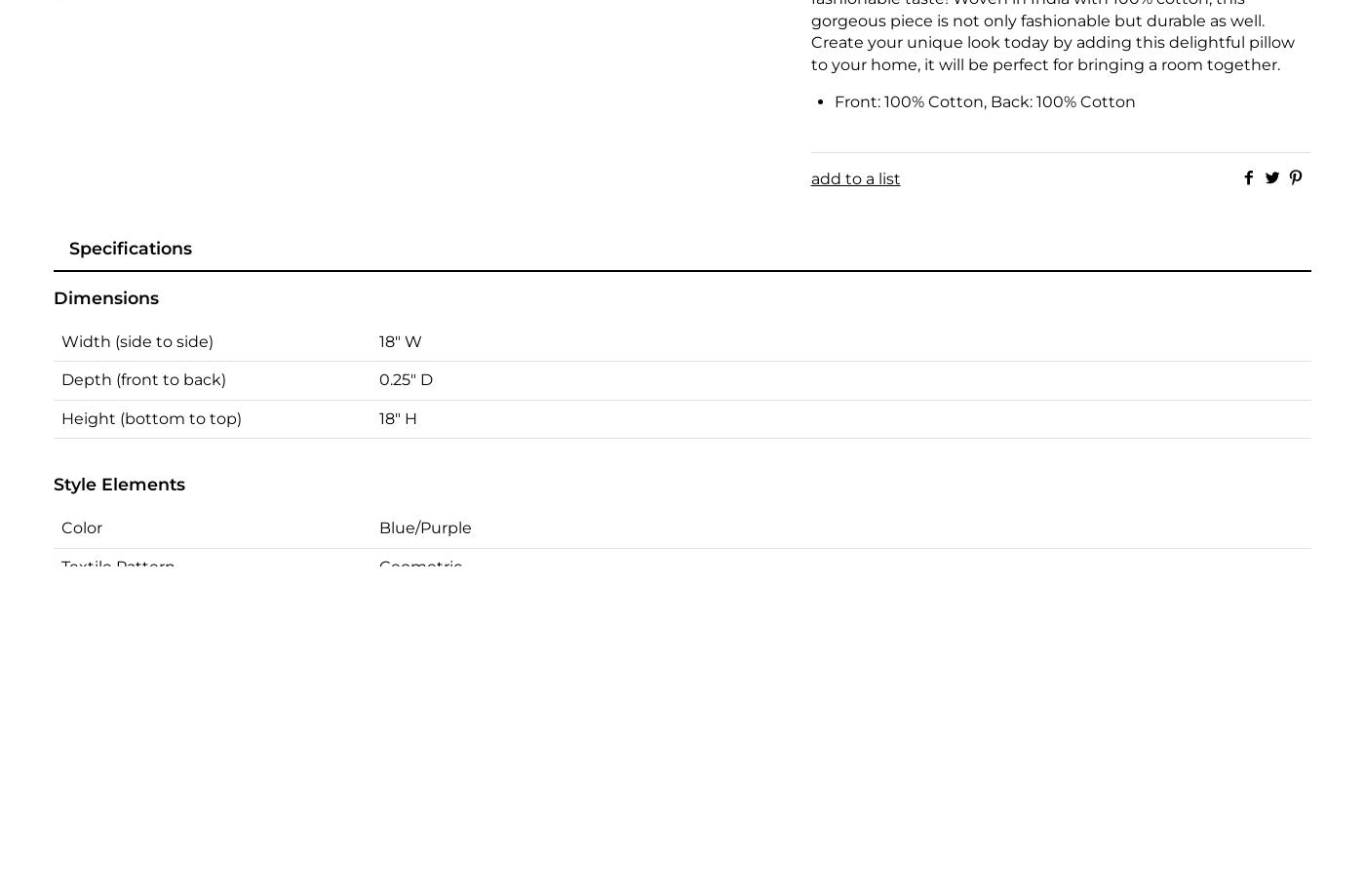 This screenshot has width=1365, height=896. What do you see at coordinates (68, 247) in the screenshot?
I see `'Specifications'` at bounding box center [68, 247].